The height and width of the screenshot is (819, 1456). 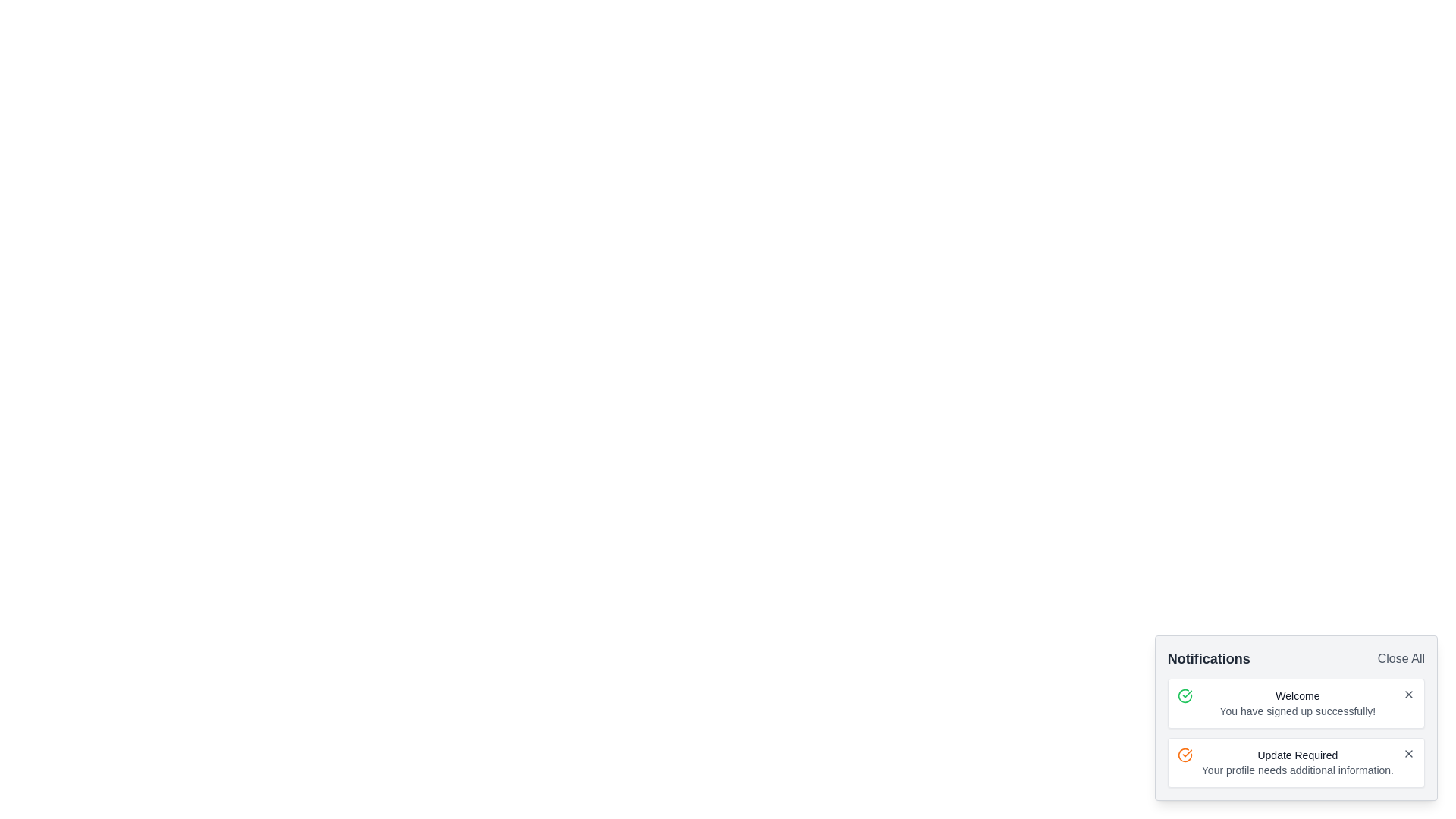 I want to click on the text element that reads 'You have signed up successfully!', which is styled with a smaller font size and light gray color, located centrally in the notification panel at the bottom-right corner of the interface, so click(x=1297, y=711).